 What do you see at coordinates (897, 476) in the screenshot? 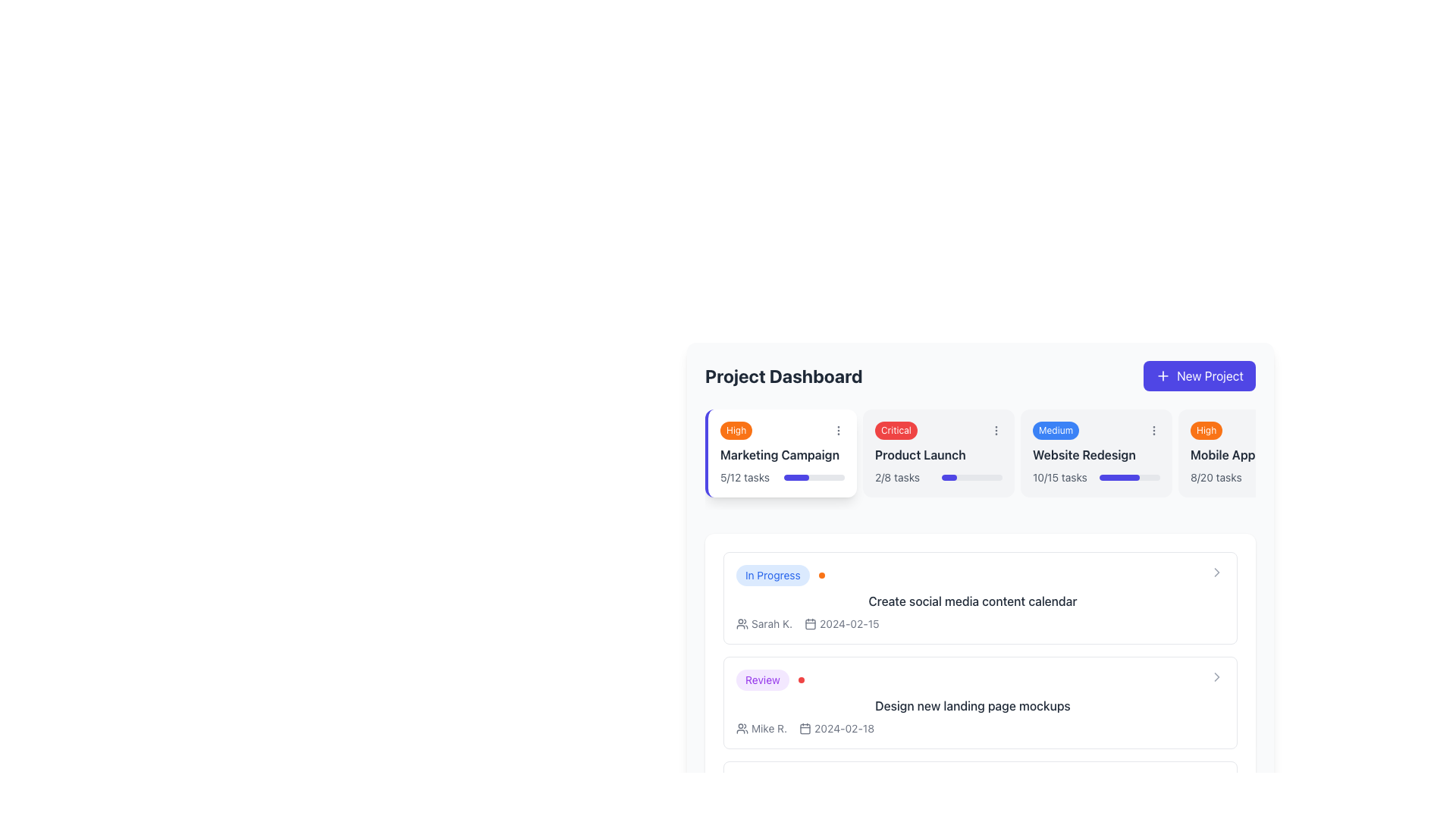
I see `the informational Text label indicating the number of tasks completed for the 'Product Launch' project, located in the bottom left of the card component` at bounding box center [897, 476].